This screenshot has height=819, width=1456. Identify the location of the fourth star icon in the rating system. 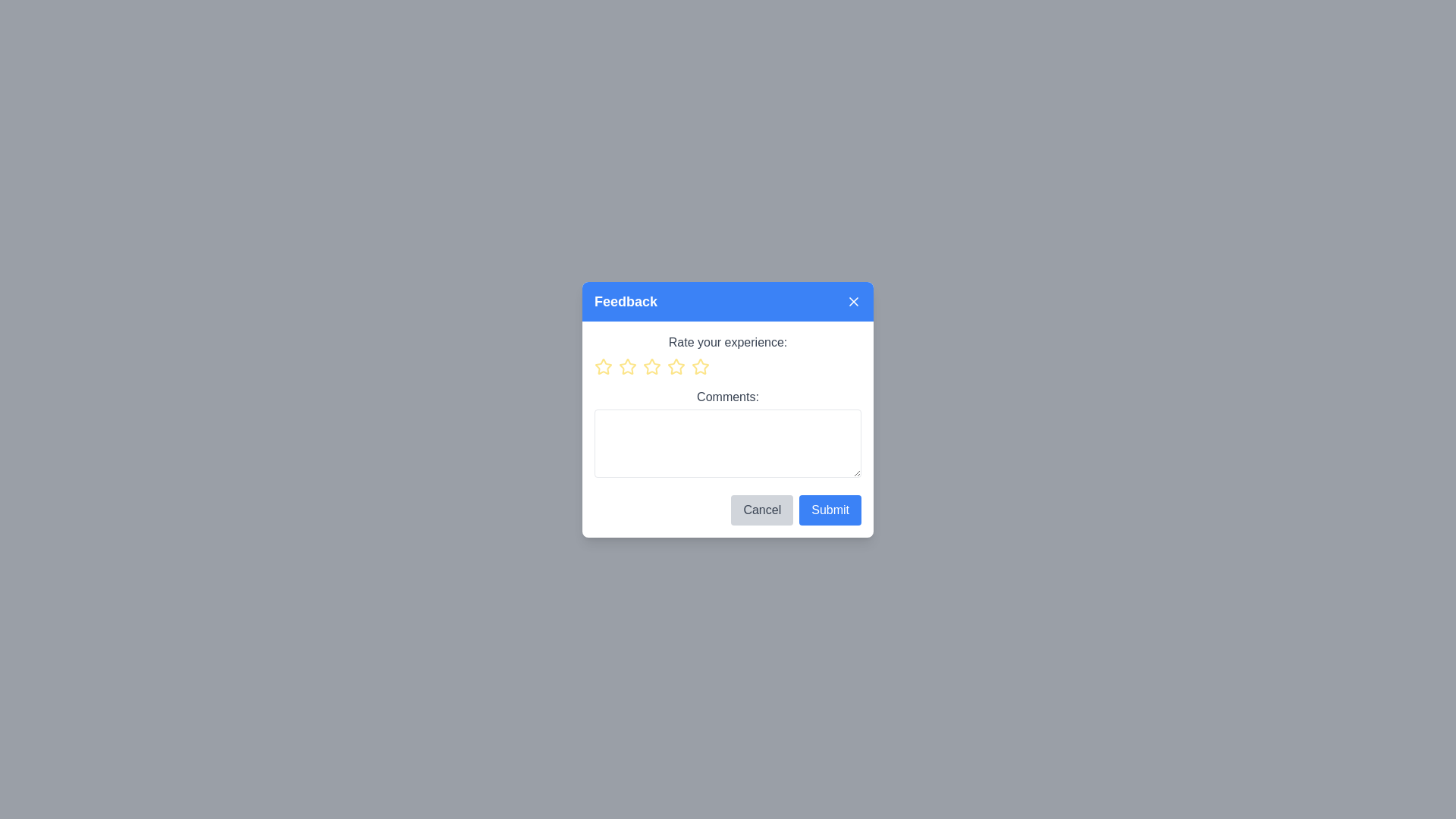
(676, 366).